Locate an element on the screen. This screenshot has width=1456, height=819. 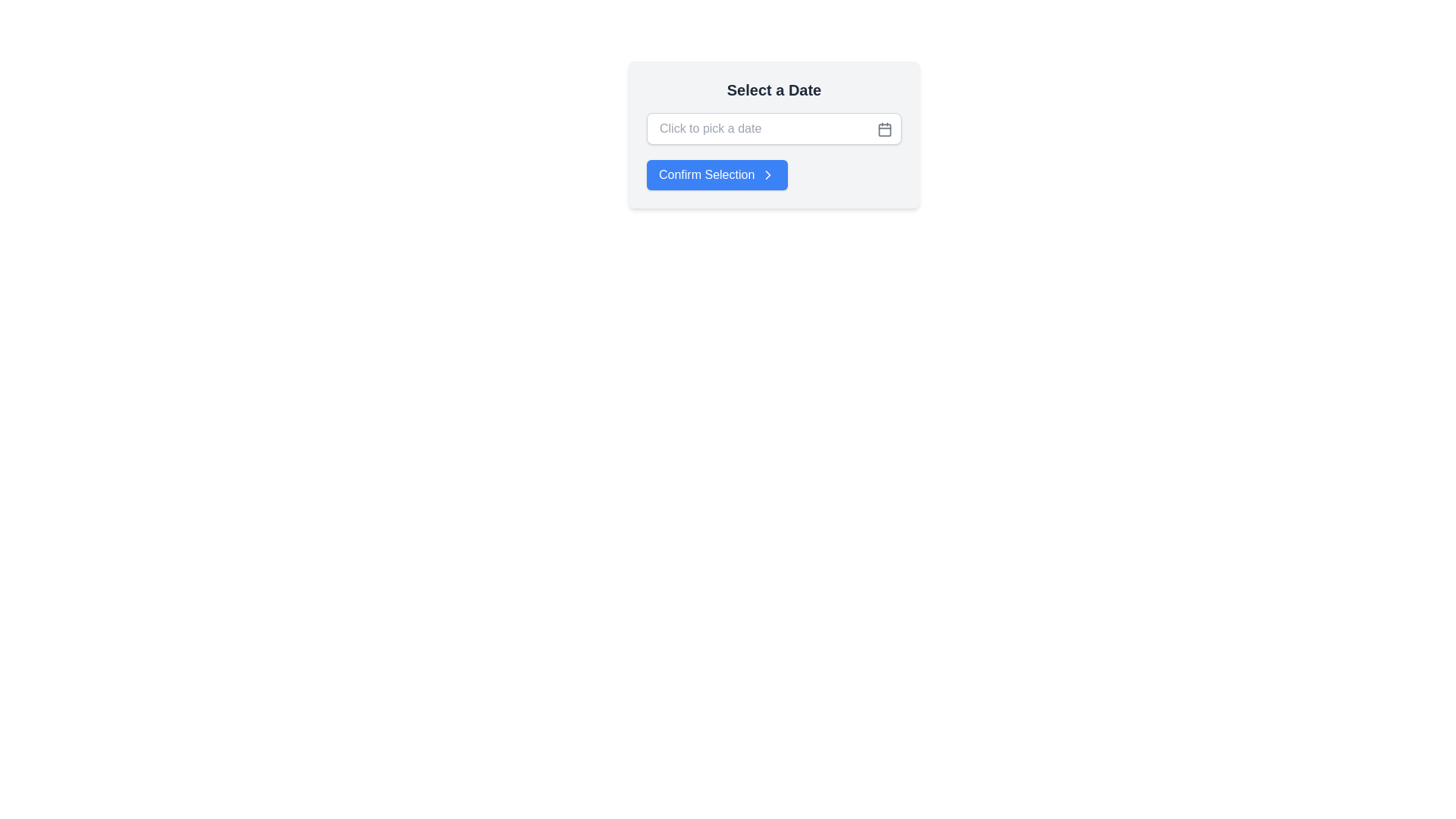
the confirmation button located below the date picker input field is located at coordinates (717, 174).